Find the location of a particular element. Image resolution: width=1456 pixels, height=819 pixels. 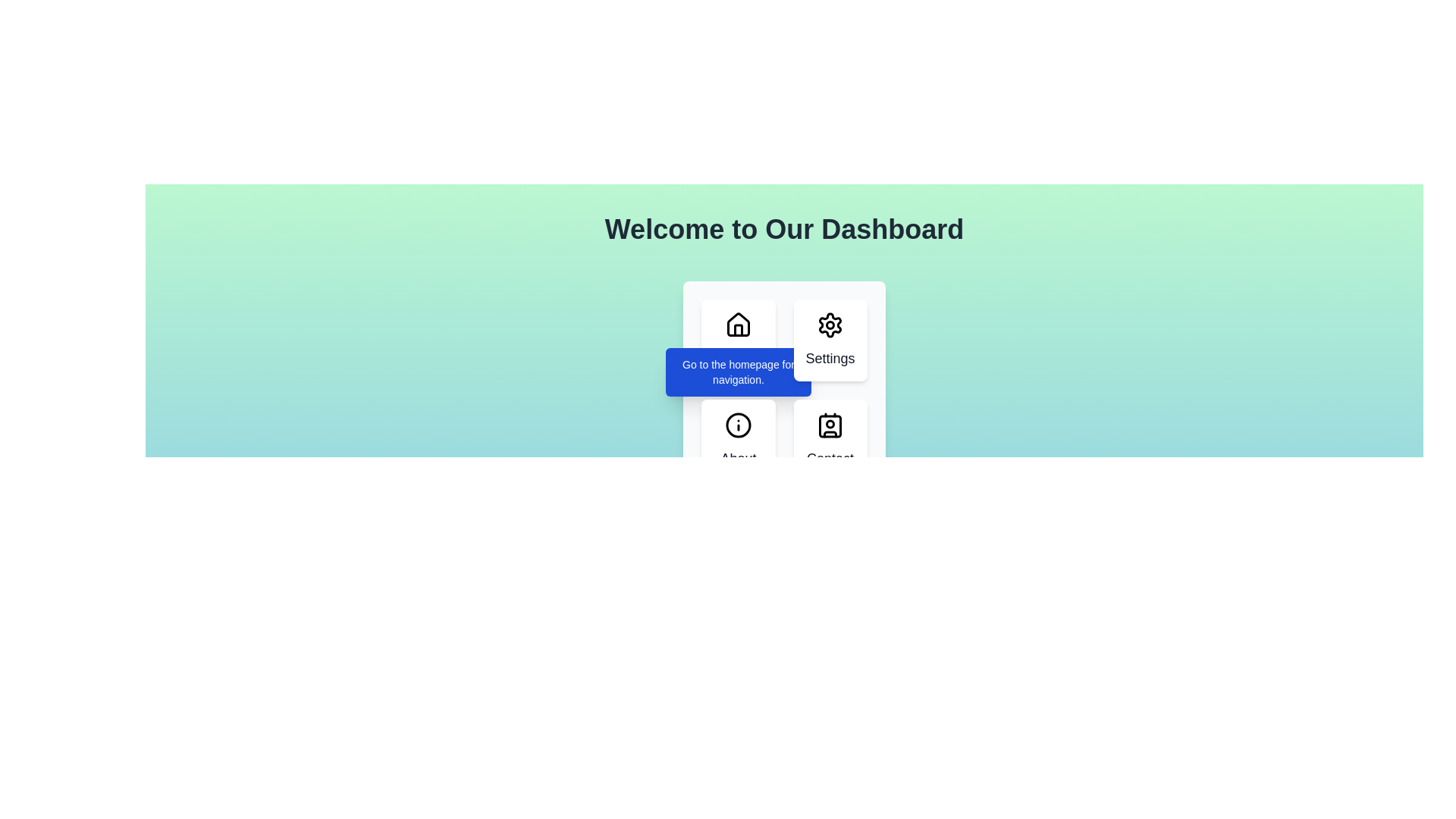

the house icon located in the top-left button of the square button grid beneath the 'Welcome to Our Dashboard' heading is located at coordinates (739, 324).